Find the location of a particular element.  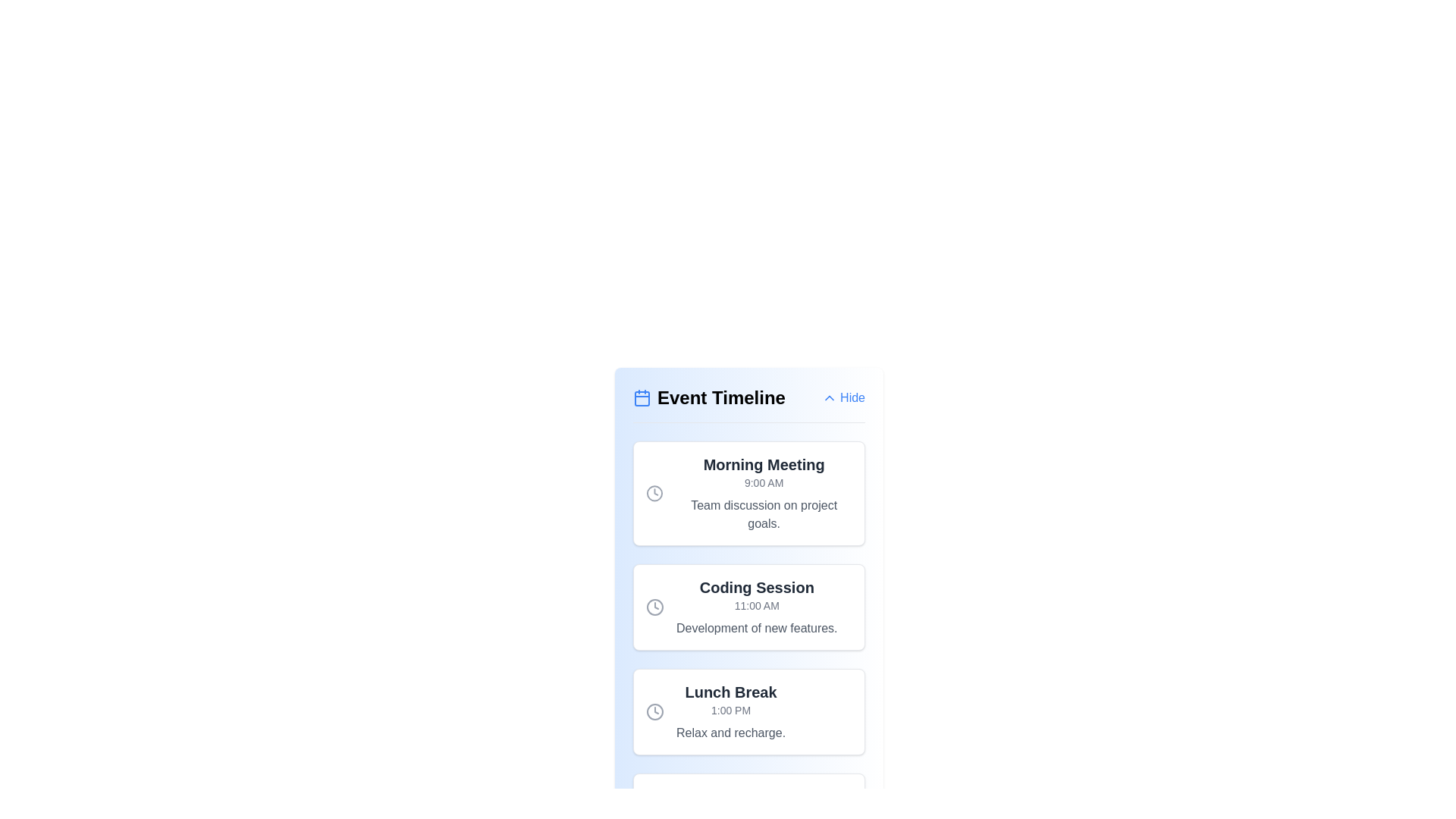

the central SVG Circle Element of the clock icon located within the 'Coding Session' section of the 'Event Timeline' interface, positioned between '11:00 AM' and the associated text is located at coordinates (655, 607).